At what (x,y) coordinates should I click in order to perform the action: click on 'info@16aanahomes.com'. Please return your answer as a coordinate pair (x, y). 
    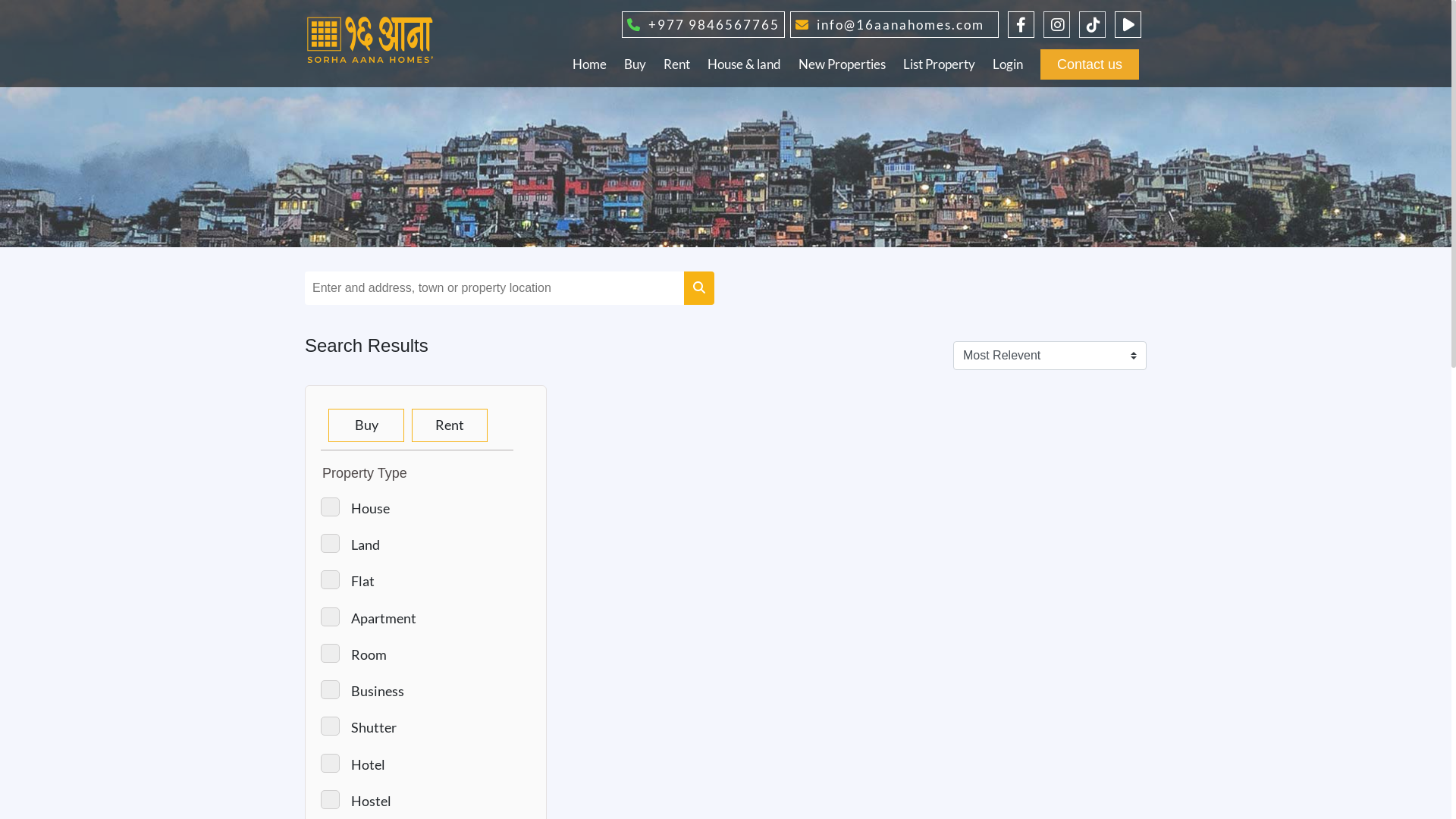
    Looking at the image, I should click on (887, 23).